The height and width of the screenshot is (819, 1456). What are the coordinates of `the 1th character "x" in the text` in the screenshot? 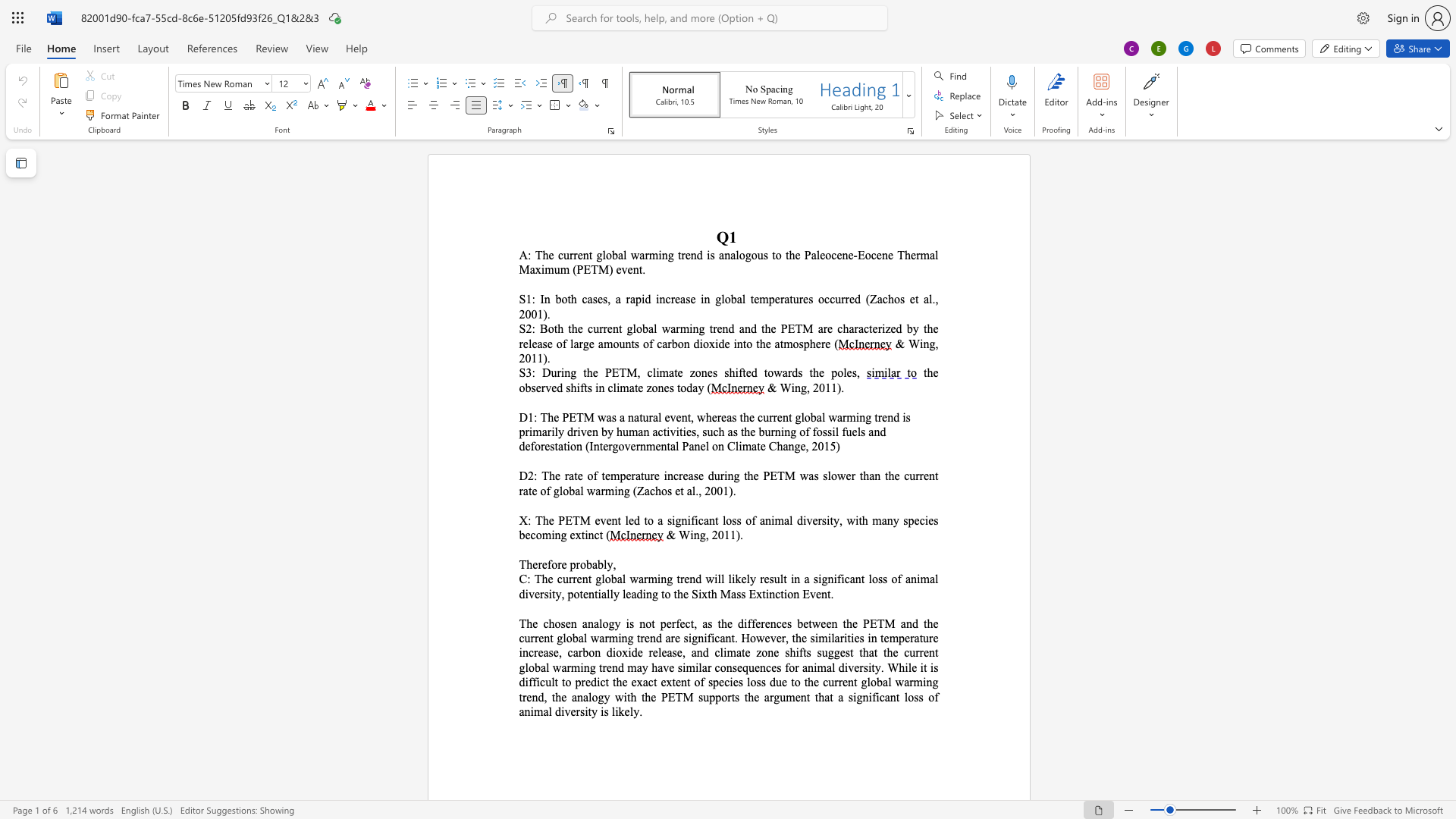 It's located at (711, 344).